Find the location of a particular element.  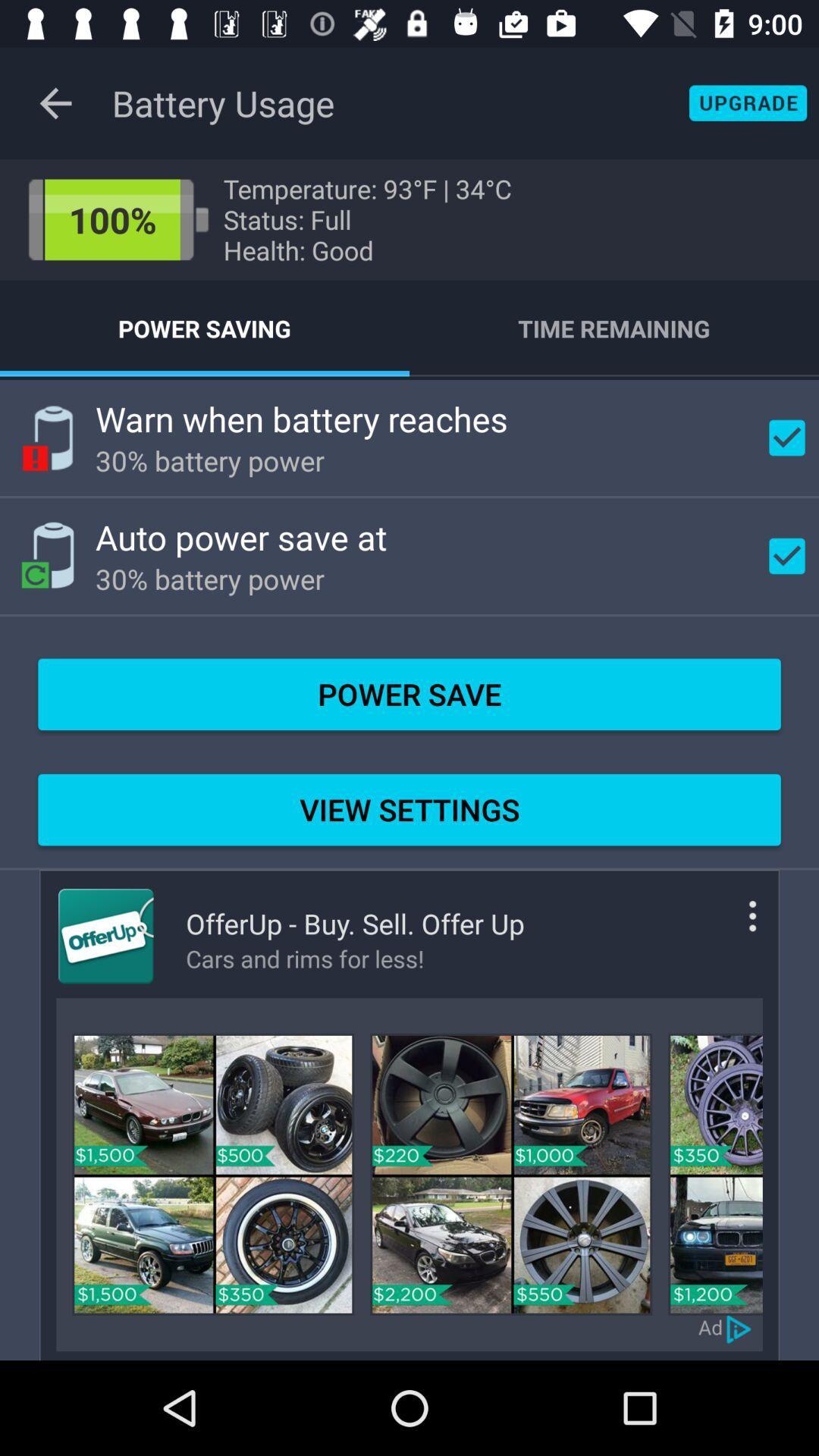

car is located at coordinates (511, 1173).